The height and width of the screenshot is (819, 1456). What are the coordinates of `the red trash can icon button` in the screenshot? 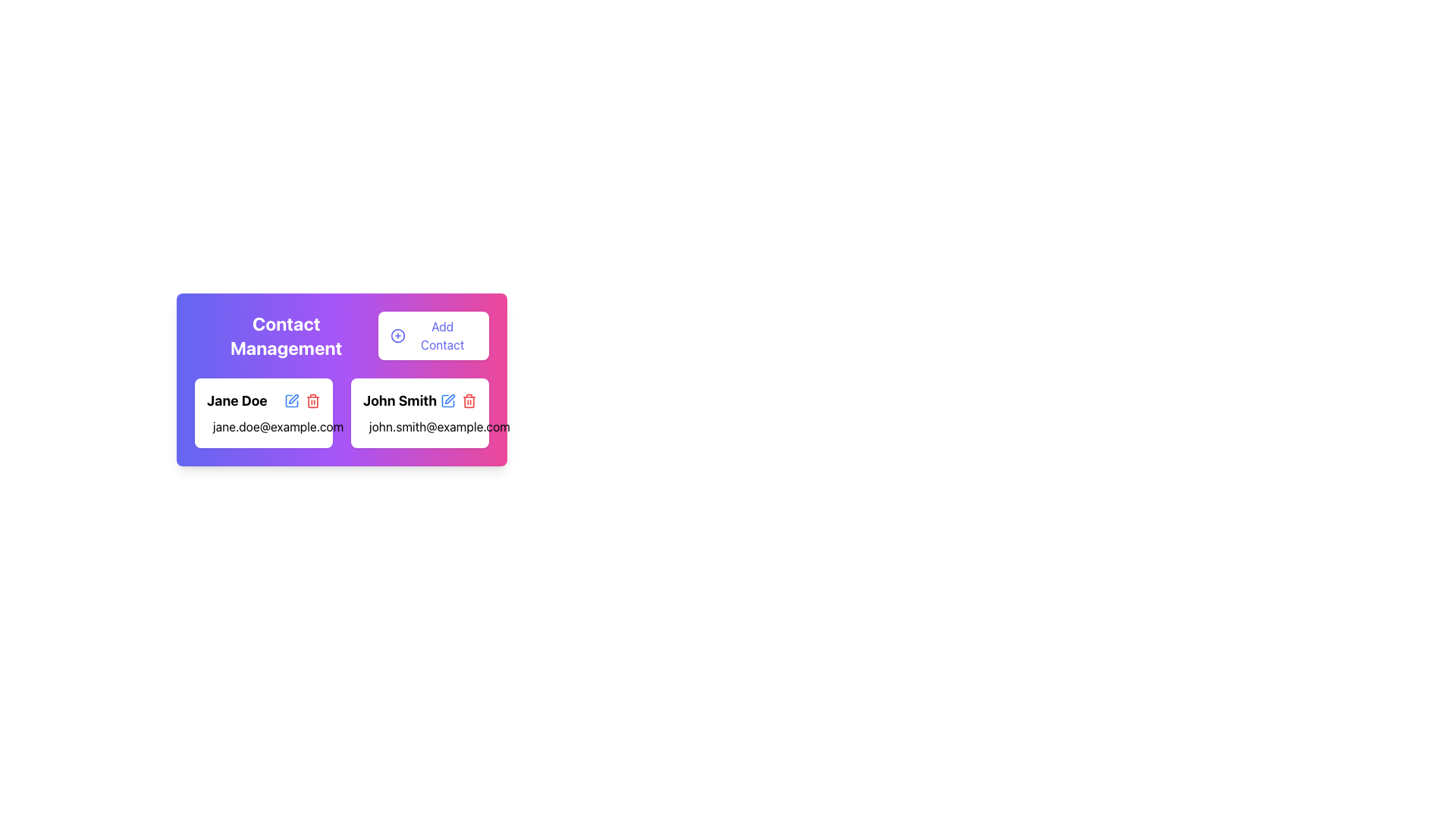 It's located at (469, 400).